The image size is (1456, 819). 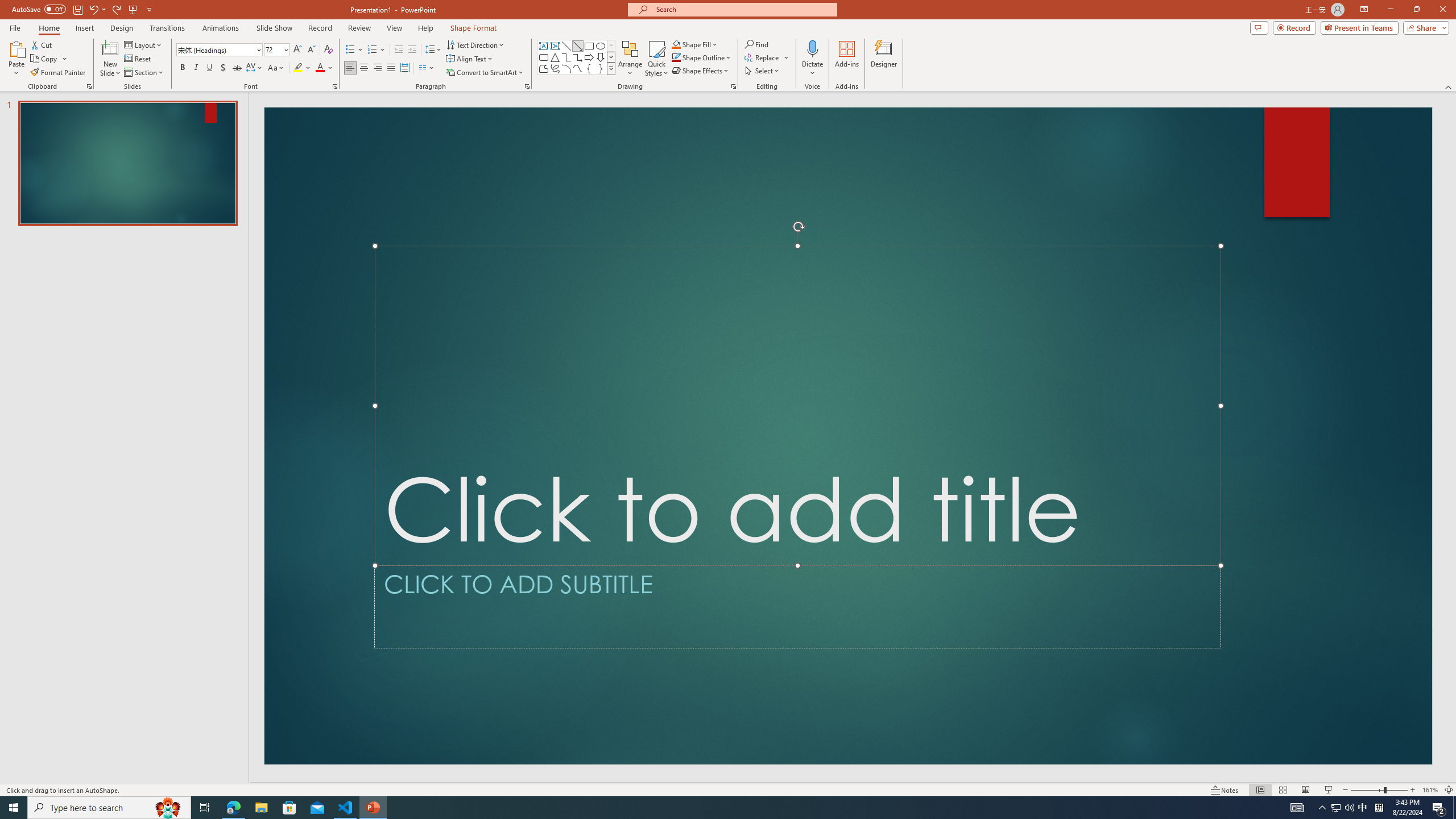 I want to click on 'Decrease Indent', so click(x=399, y=49).